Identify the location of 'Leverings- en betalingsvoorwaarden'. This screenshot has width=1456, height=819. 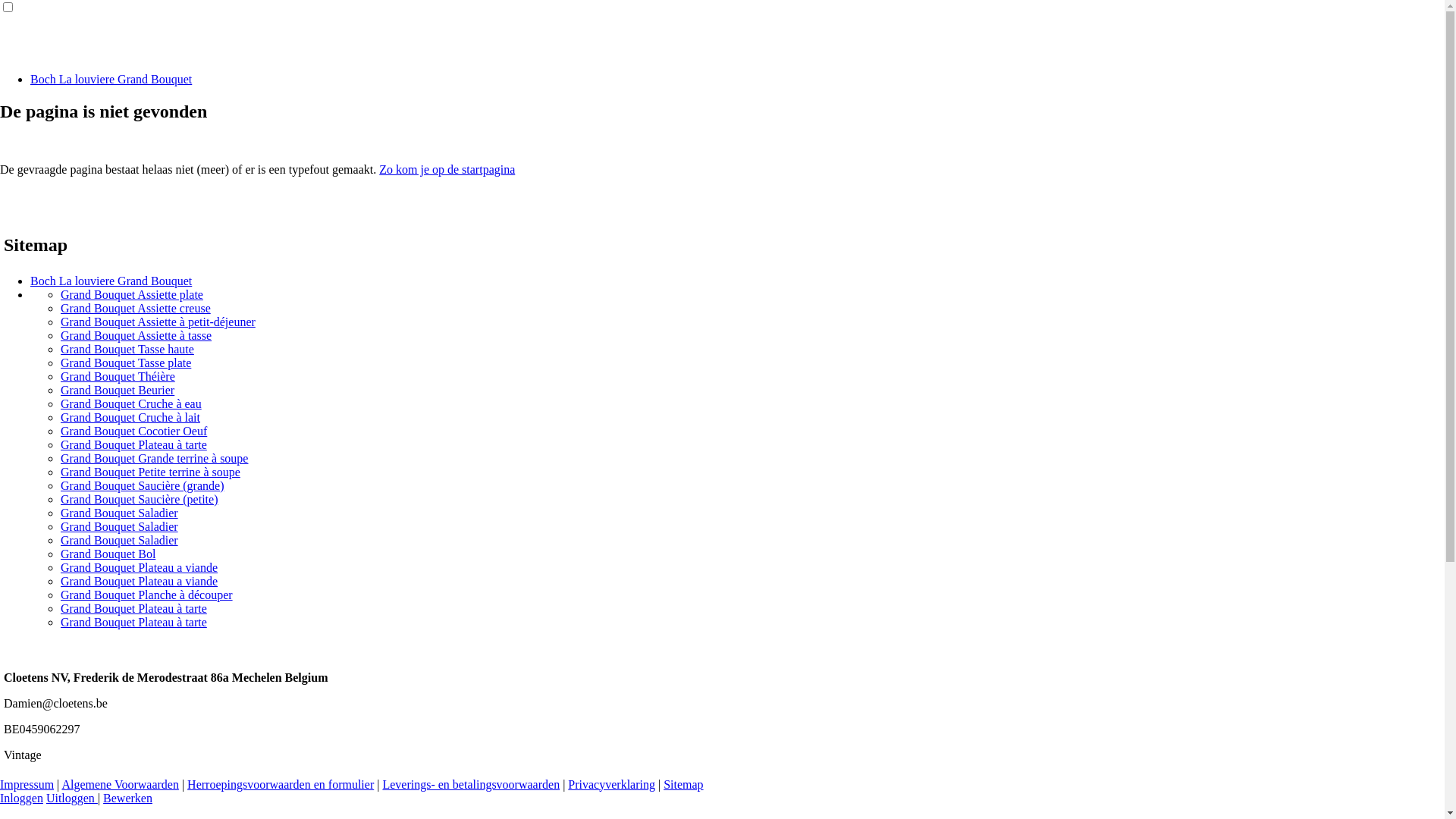
(469, 784).